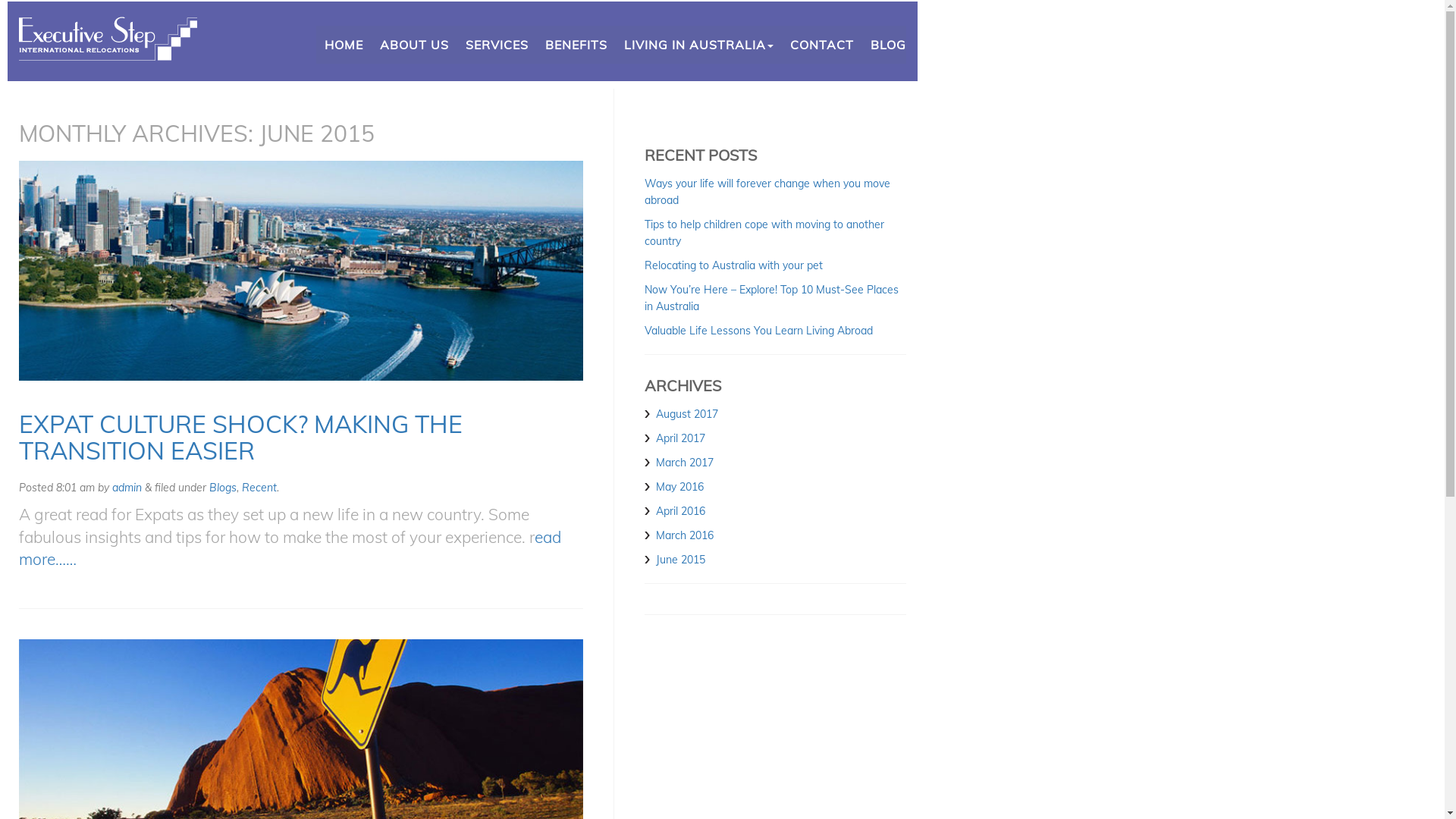 The width and height of the screenshot is (1456, 819). I want to click on 'May 2016', so click(655, 486).